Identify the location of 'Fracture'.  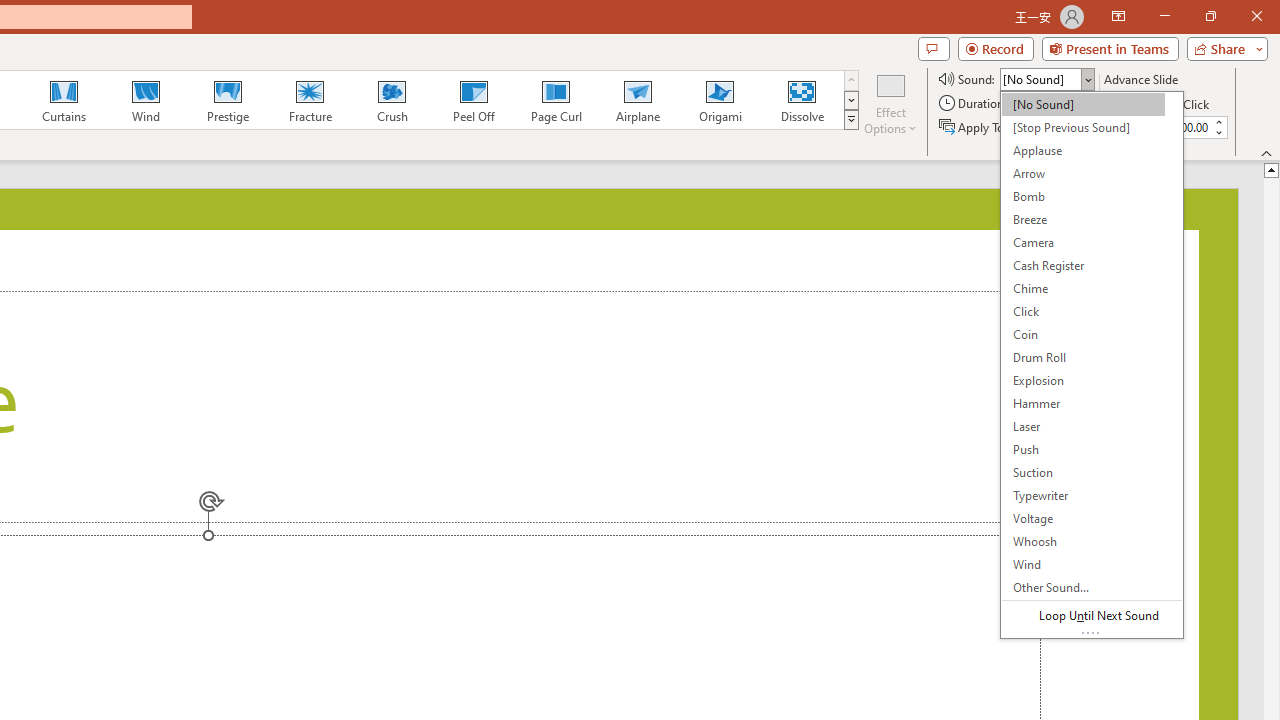
(308, 100).